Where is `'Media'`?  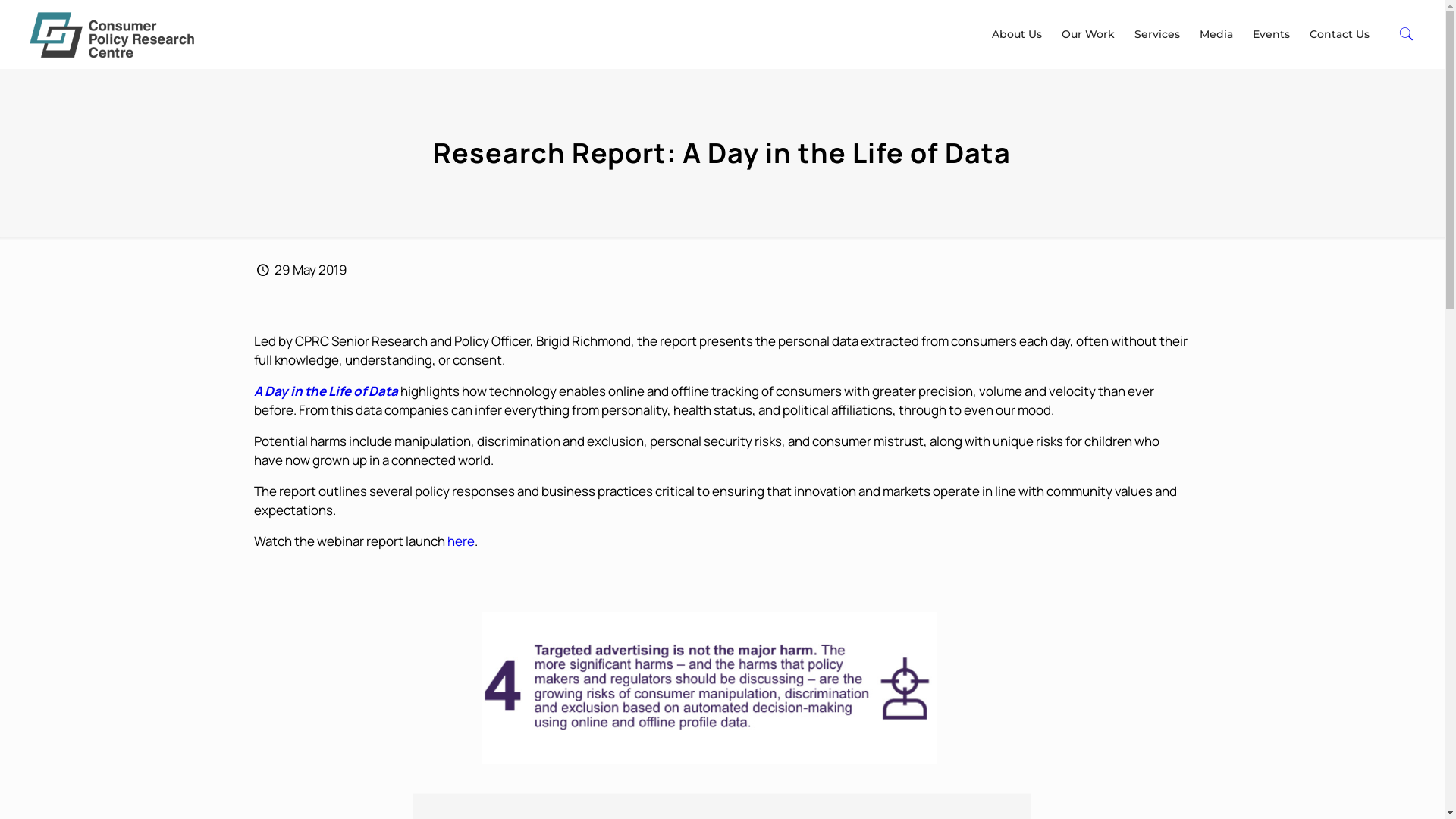
'Media' is located at coordinates (1216, 34).